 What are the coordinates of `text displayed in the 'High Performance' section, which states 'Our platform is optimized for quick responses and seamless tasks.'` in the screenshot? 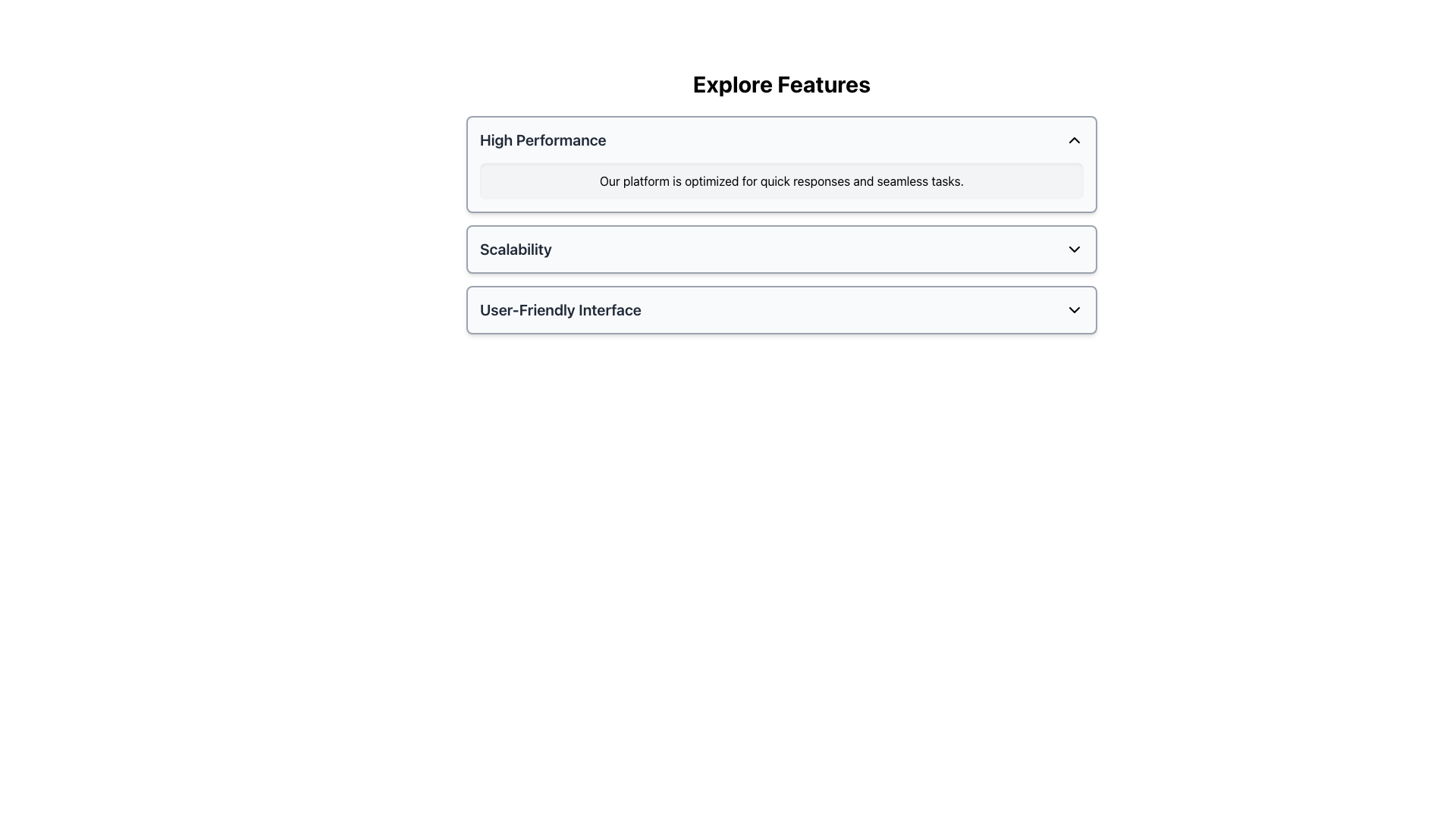 It's located at (782, 180).